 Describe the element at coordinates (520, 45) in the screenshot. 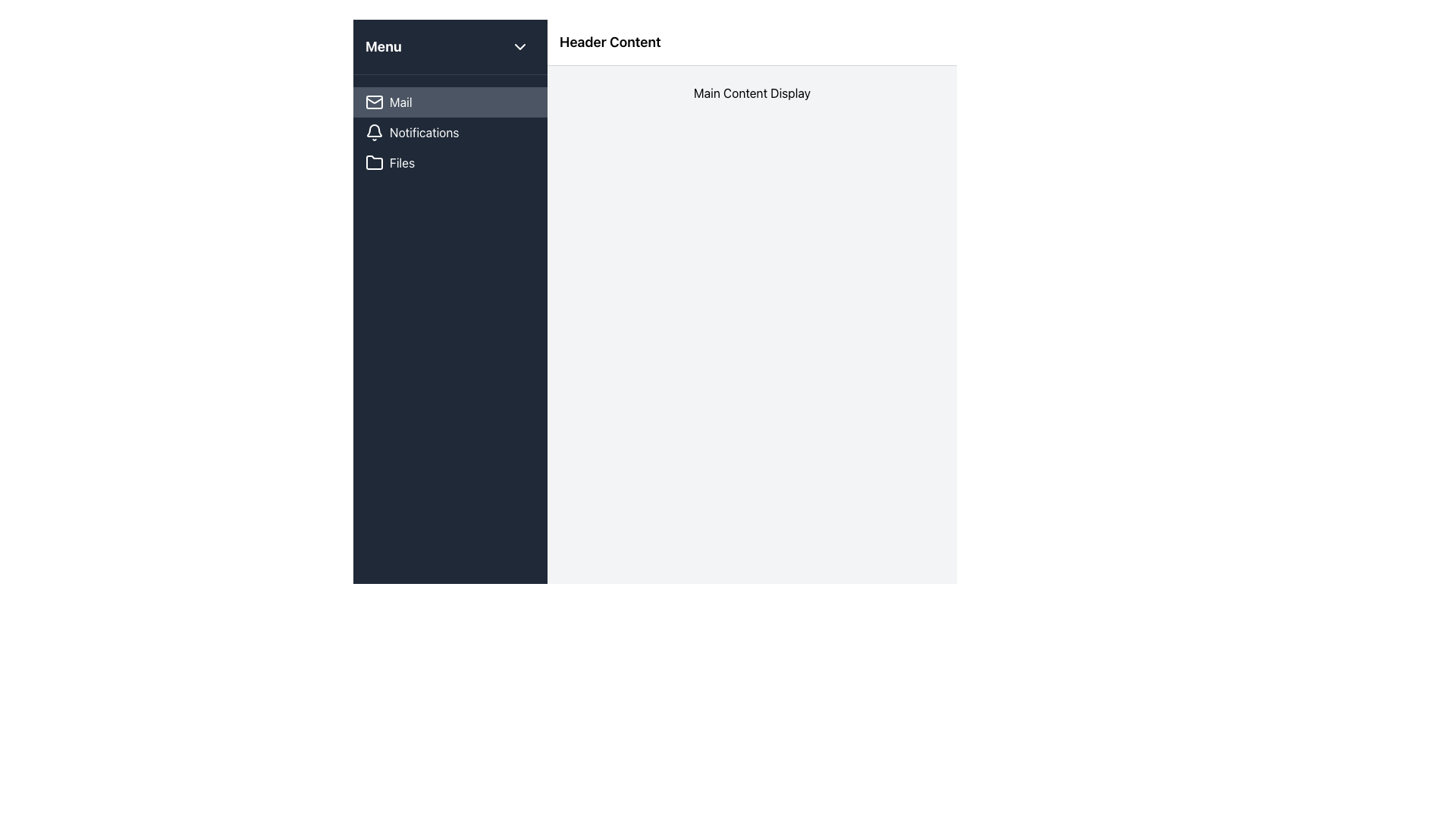

I see `the toggle button with an icon indicator located in the top-right corner of the 'Menu' header section` at that location.